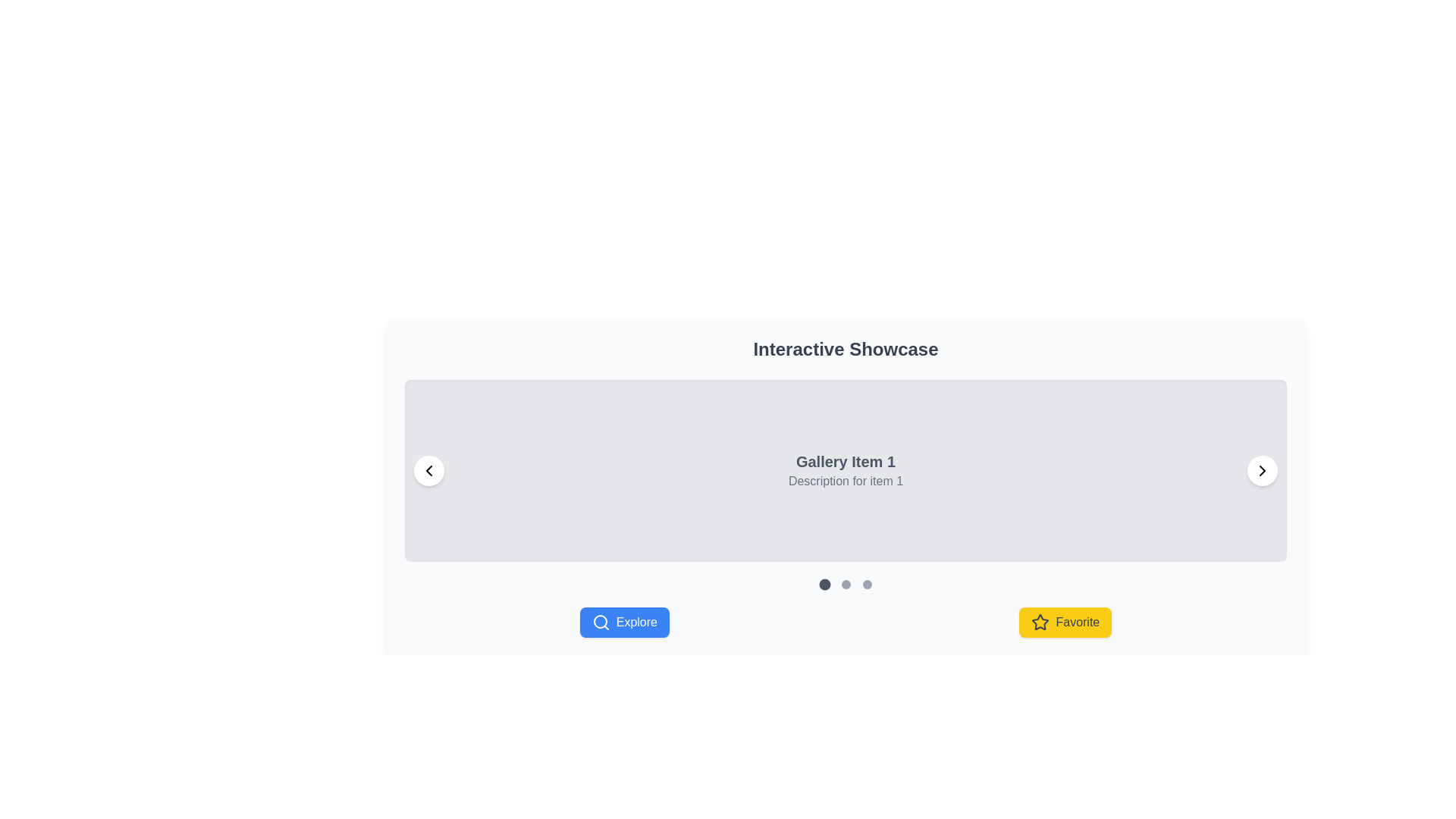  I want to click on the star icon, which is a line art styled icon with a black outline, located to the left of the 'Favorite' text in a yellow rectangular button, so click(1040, 623).